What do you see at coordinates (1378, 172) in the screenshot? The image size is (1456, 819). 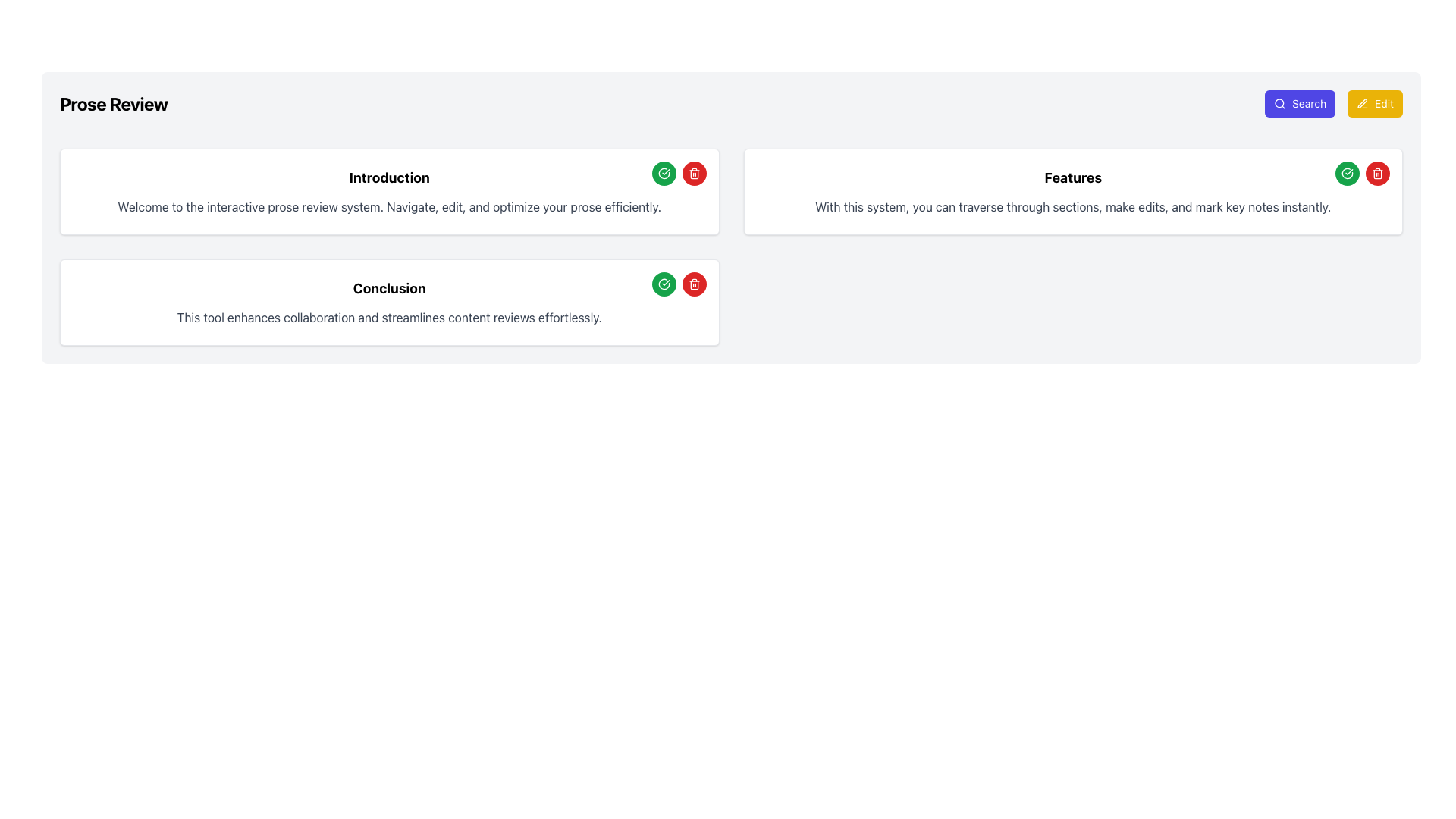 I see `the delete button located at the top right corner of the 'Features' section, which is inside a rounded red button next to a green checkmark icon` at bounding box center [1378, 172].